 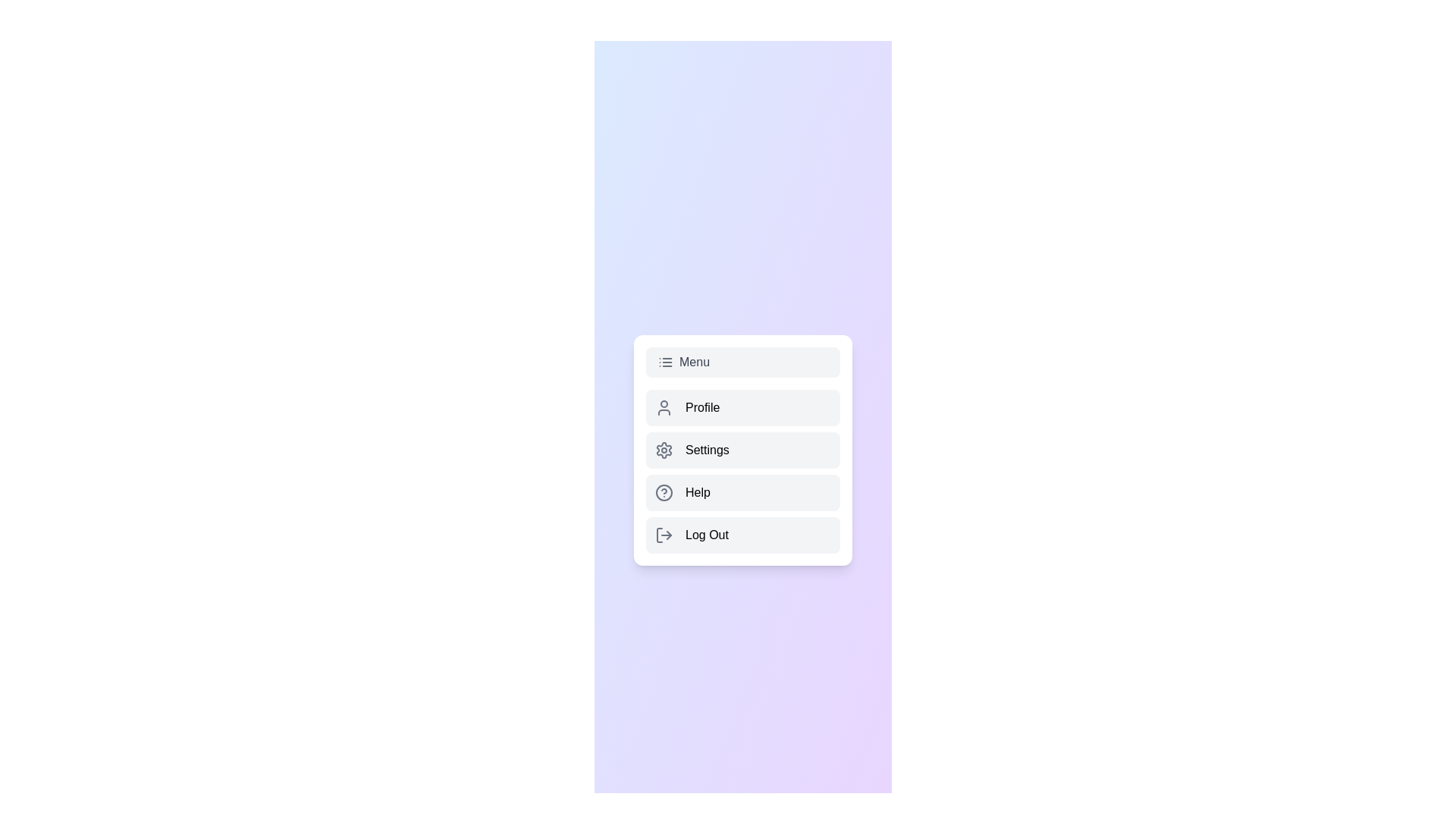 I want to click on the 'Menu' button to toggle the menu visibility, so click(x=742, y=362).